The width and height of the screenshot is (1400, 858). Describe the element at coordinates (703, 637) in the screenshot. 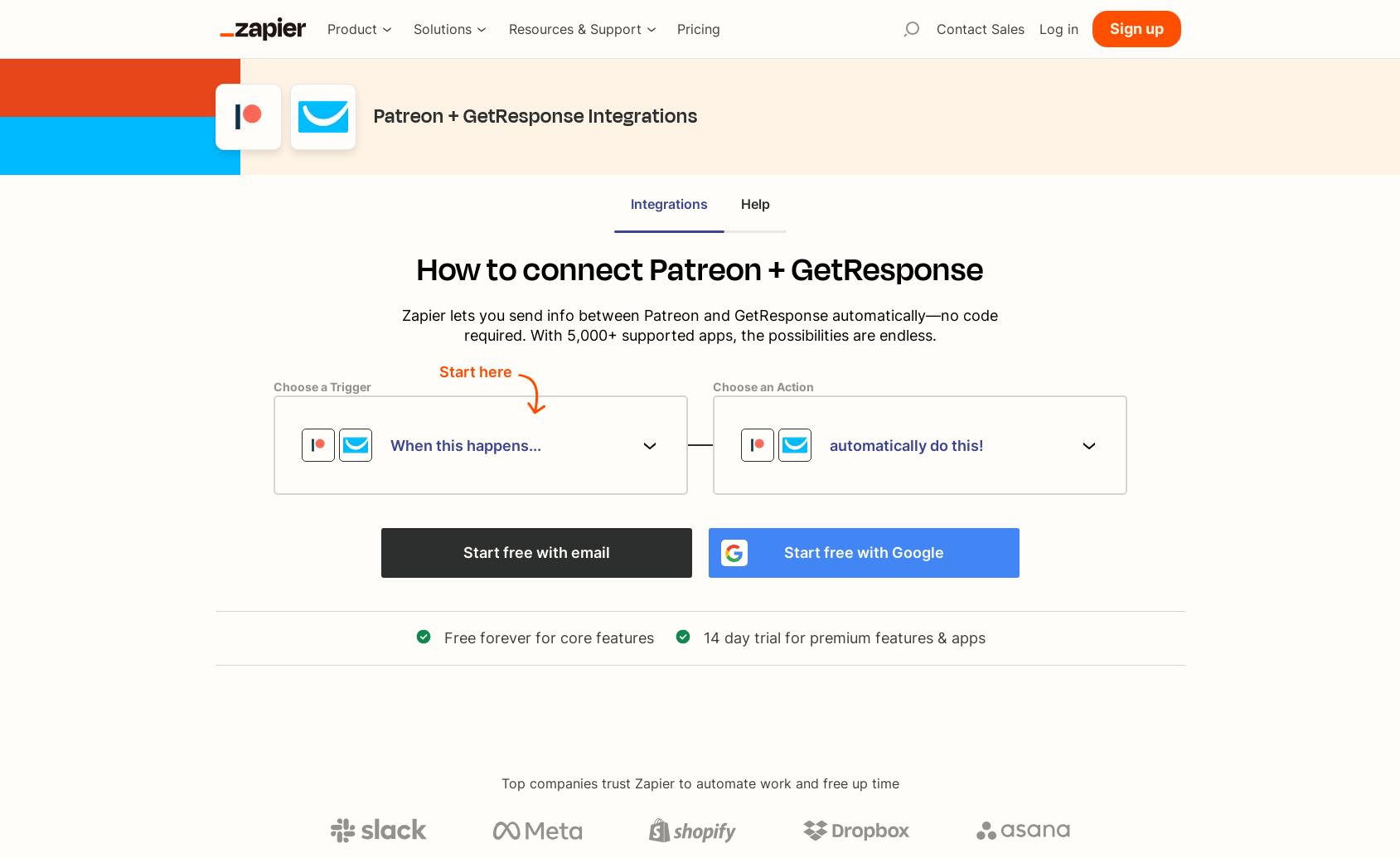

I see `'14 day trial'` at that location.